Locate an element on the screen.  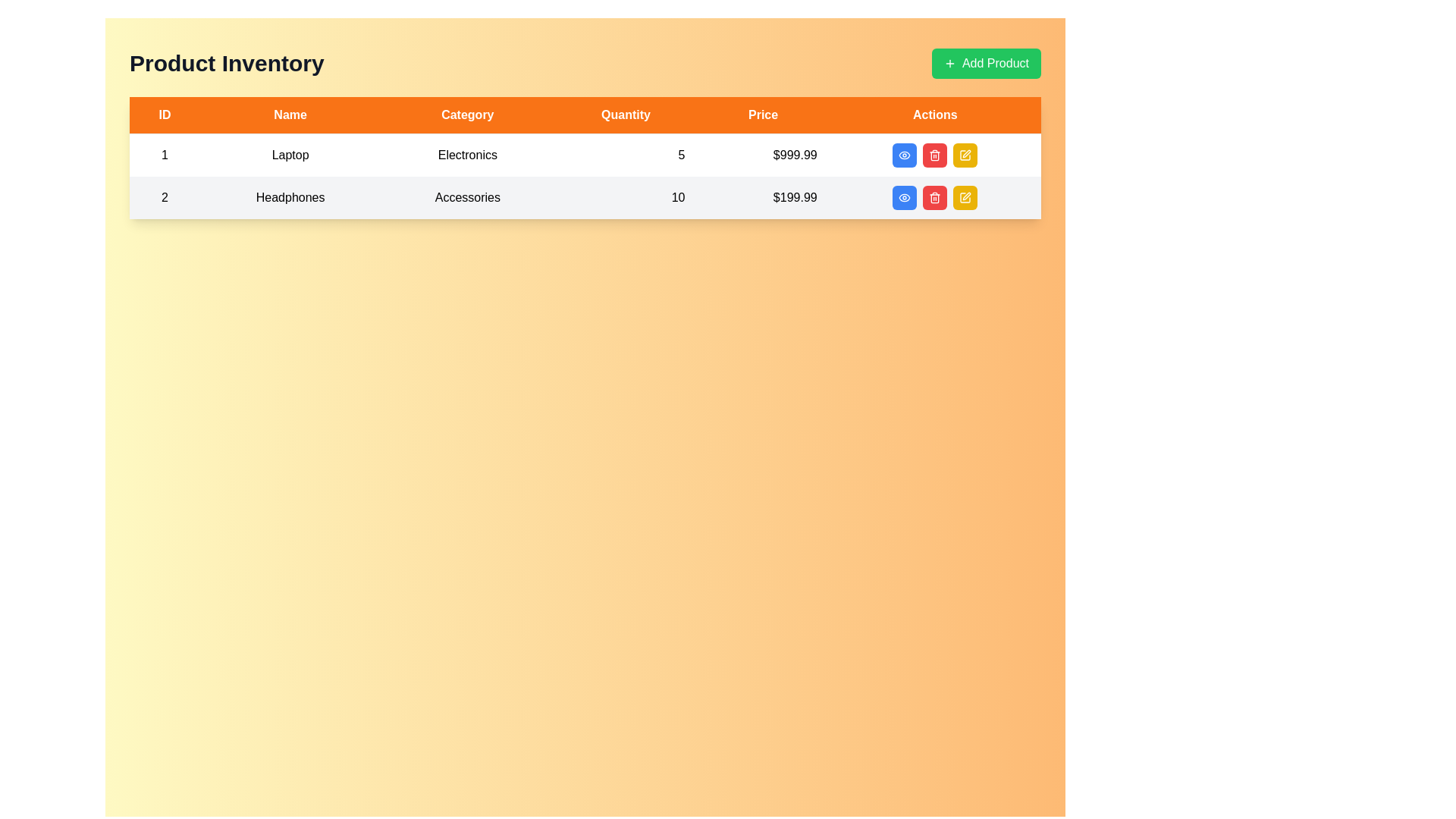
the red trash can icon button located in the Actions column of the second row of the data table is located at coordinates (934, 155).